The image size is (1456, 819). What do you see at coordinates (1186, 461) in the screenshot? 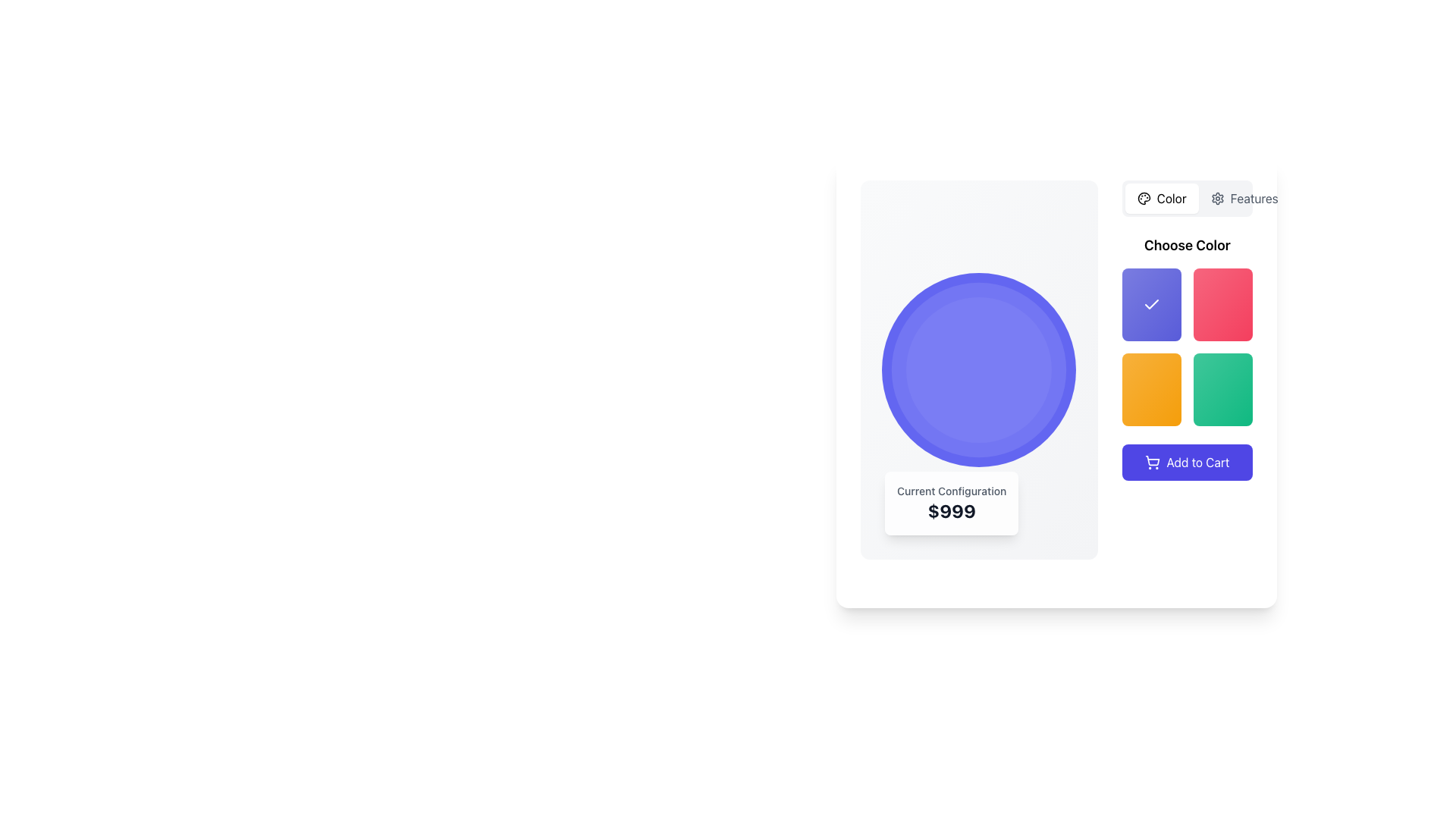
I see `the 'Add to Cart' button located in the bottom-right section of the interactive panel, which features a purple background and a shopping cart icon` at bounding box center [1186, 461].